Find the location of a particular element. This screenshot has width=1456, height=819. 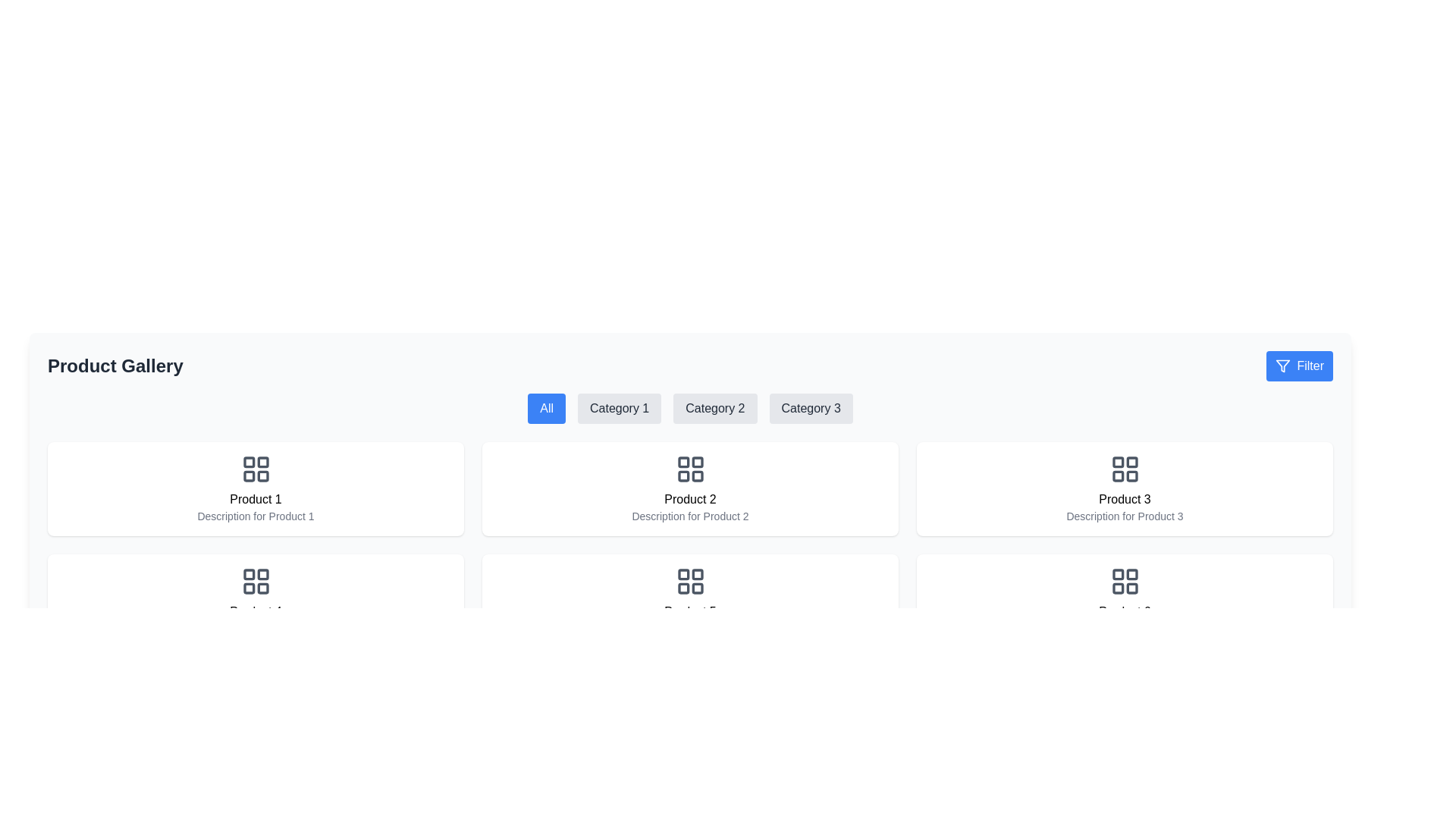

the second graphical block in the top row of the 2x2 grid located at the top left of the first product card in the gallery, if it is interactive is located at coordinates (262, 461).